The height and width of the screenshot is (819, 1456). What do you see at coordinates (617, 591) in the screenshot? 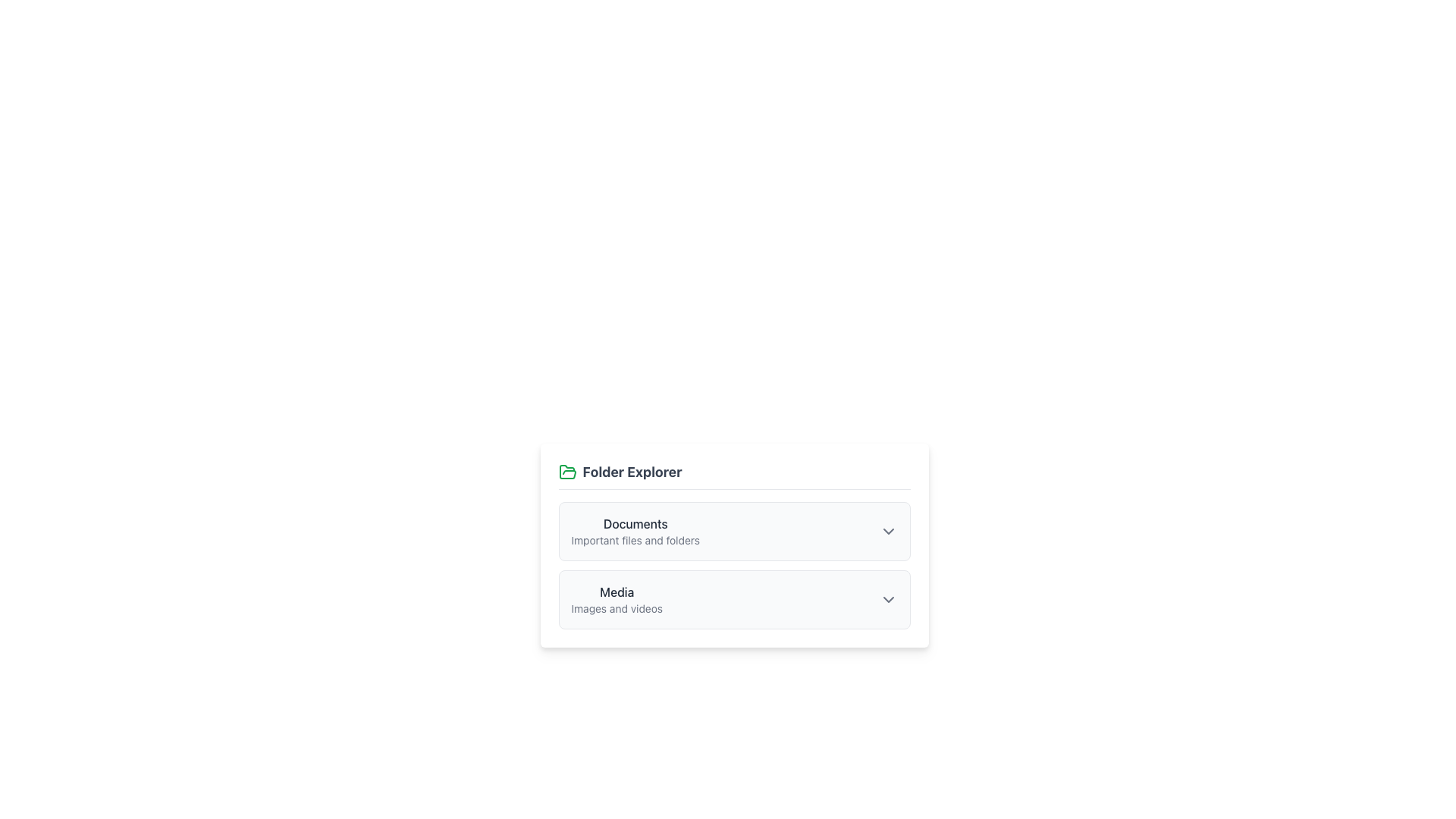
I see `text from the title label in the 'Media' section of the 'Folder Explorer', which directs users to its content or operations related to media files` at bounding box center [617, 591].